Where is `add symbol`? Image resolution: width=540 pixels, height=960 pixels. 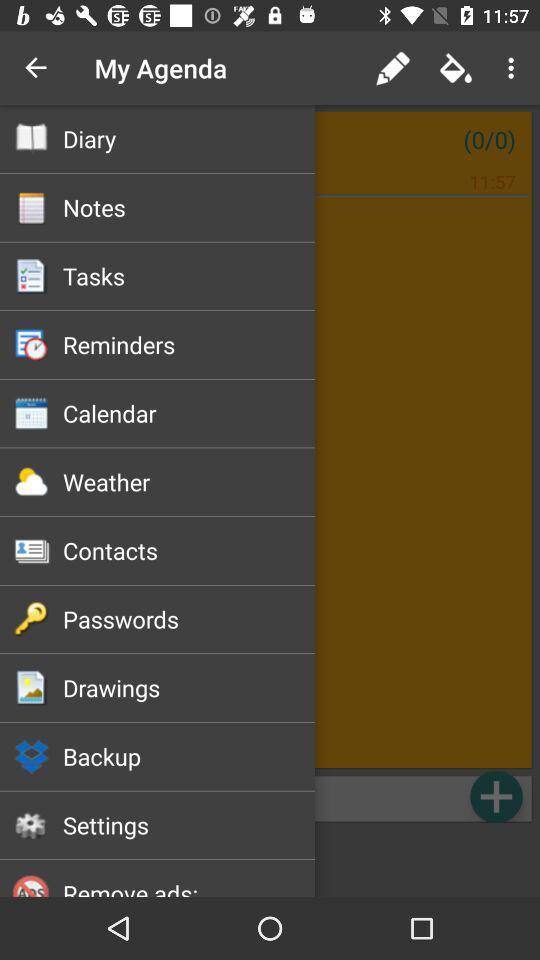
add symbol is located at coordinates (495, 796).